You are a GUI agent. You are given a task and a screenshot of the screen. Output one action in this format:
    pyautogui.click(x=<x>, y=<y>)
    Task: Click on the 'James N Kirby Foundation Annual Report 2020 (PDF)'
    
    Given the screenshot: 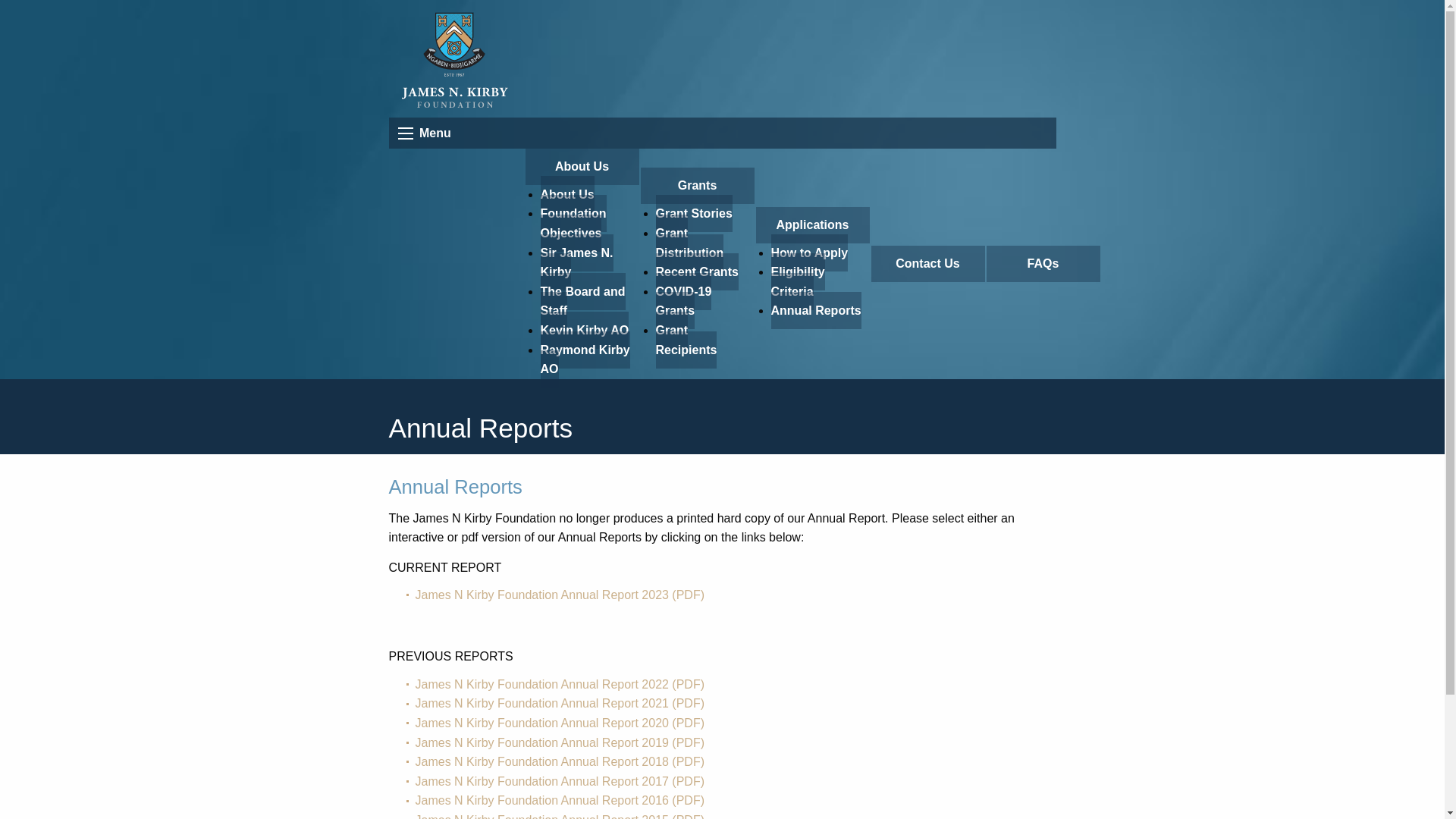 What is the action you would take?
    pyautogui.click(x=560, y=722)
    